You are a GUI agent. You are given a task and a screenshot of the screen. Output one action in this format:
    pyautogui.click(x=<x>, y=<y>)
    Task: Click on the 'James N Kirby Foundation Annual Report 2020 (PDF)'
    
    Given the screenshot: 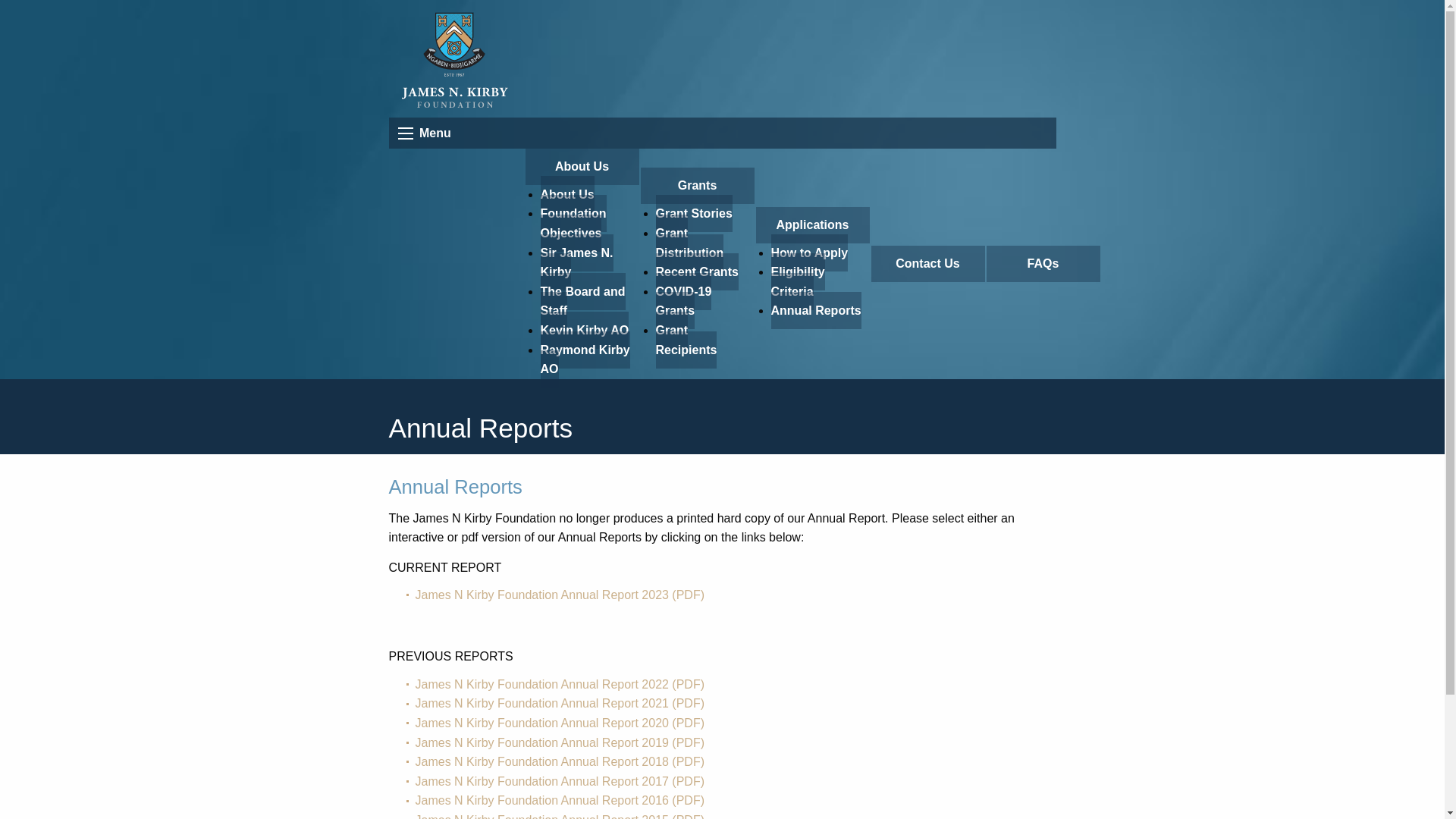 What is the action you would take?
    pyautogui.click(x=560, y=722)
    